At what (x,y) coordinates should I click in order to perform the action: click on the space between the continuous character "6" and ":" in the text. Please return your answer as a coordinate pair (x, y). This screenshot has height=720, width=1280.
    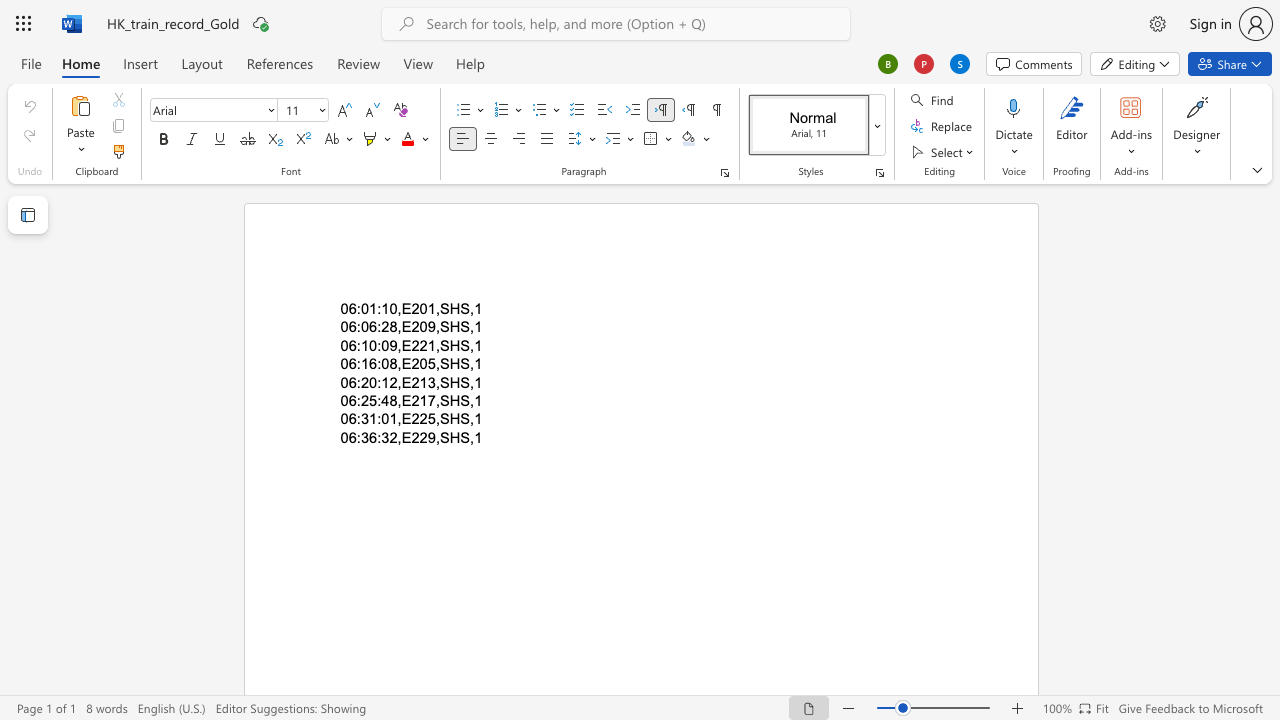
    Looking at the image, I should click on (355, 382).